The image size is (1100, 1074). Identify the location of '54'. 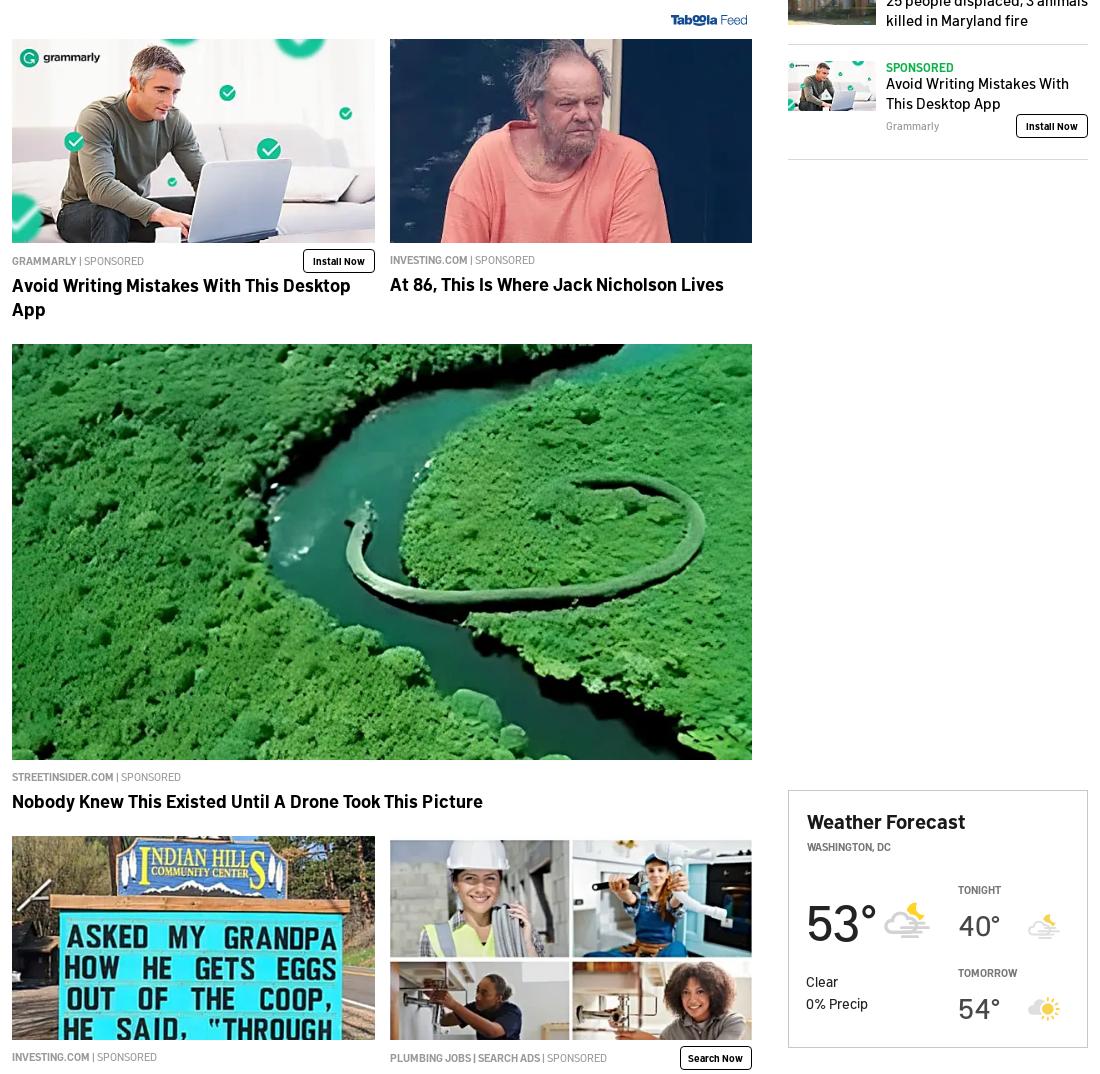
(973, 1005).